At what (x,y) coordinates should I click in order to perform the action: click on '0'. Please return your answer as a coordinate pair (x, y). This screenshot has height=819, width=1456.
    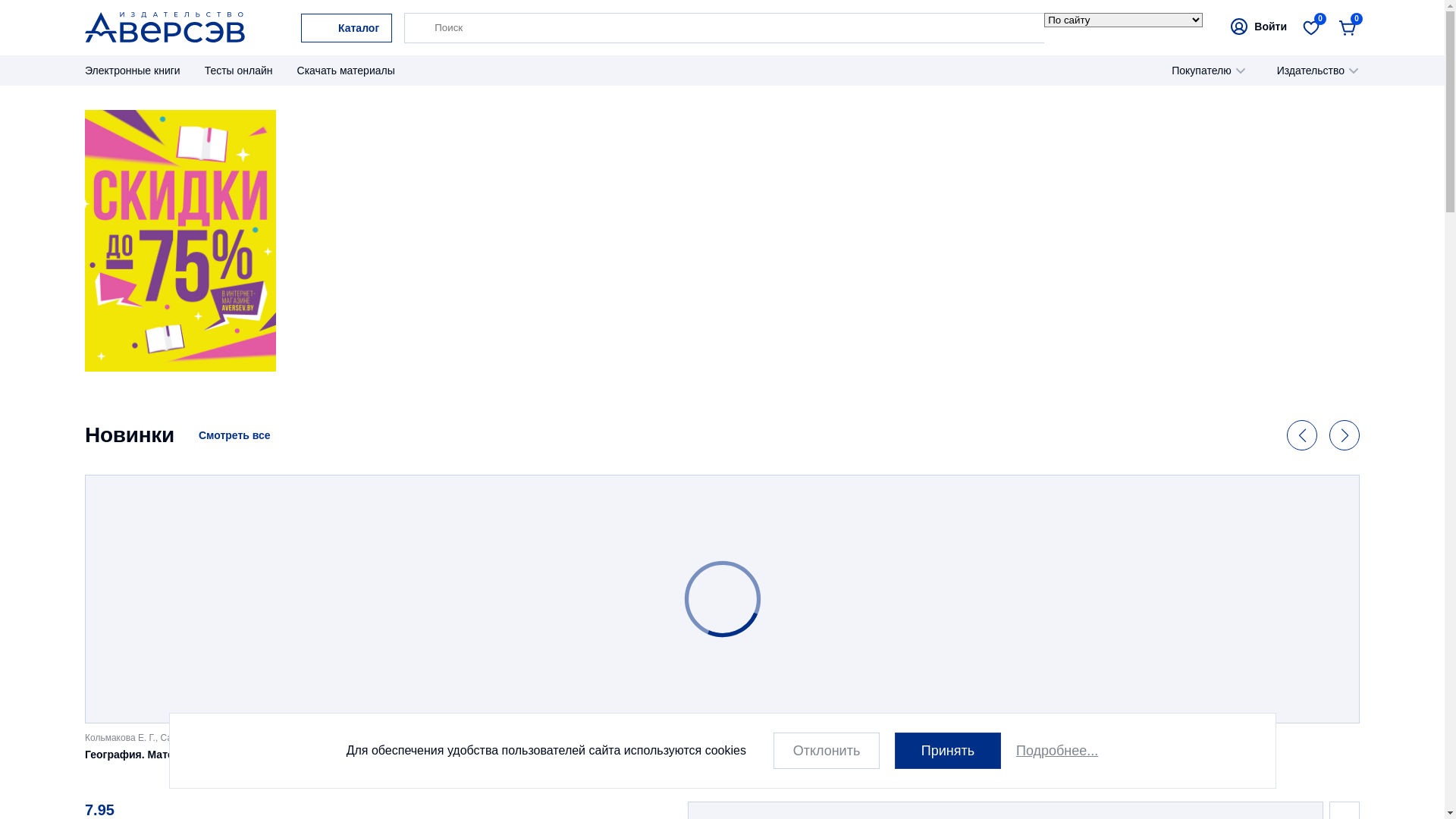
    Looking at the image, I should click on (1301, 27).